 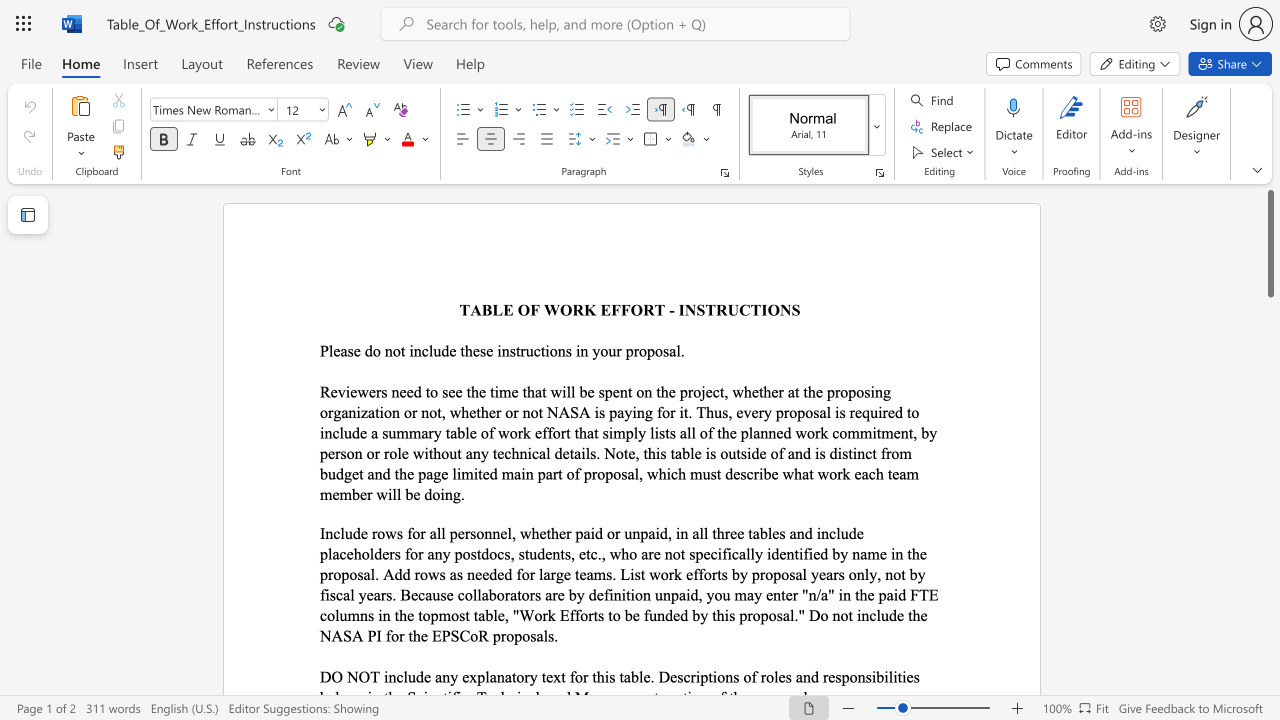 I want to click on the scrollbar to scroll the page down, so click(x=1269, y=630).